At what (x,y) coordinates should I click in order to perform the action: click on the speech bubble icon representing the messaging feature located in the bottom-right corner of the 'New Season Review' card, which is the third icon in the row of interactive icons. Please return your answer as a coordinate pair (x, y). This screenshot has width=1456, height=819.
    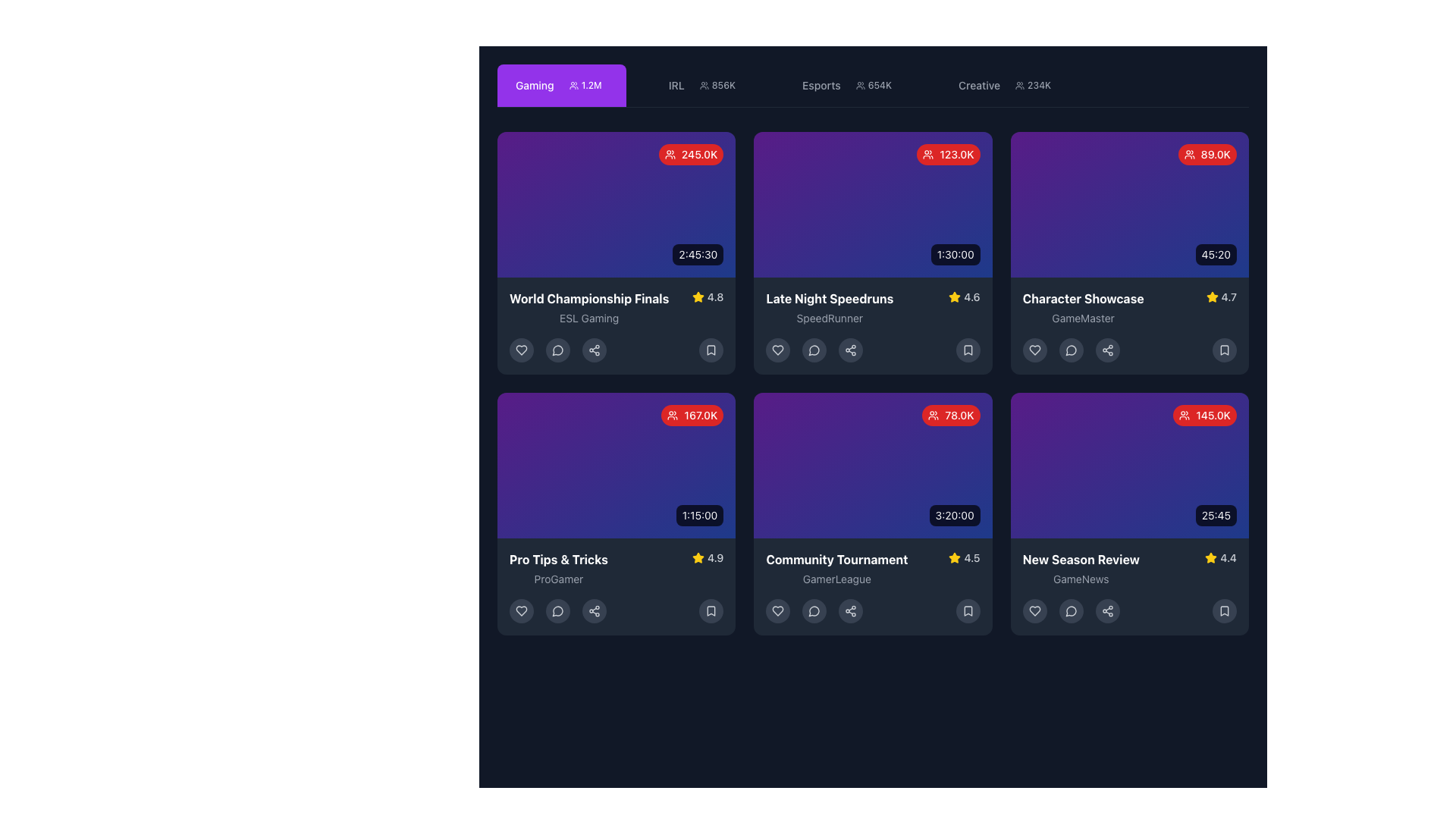
    Looking at the image, I should click on (1070, 610).